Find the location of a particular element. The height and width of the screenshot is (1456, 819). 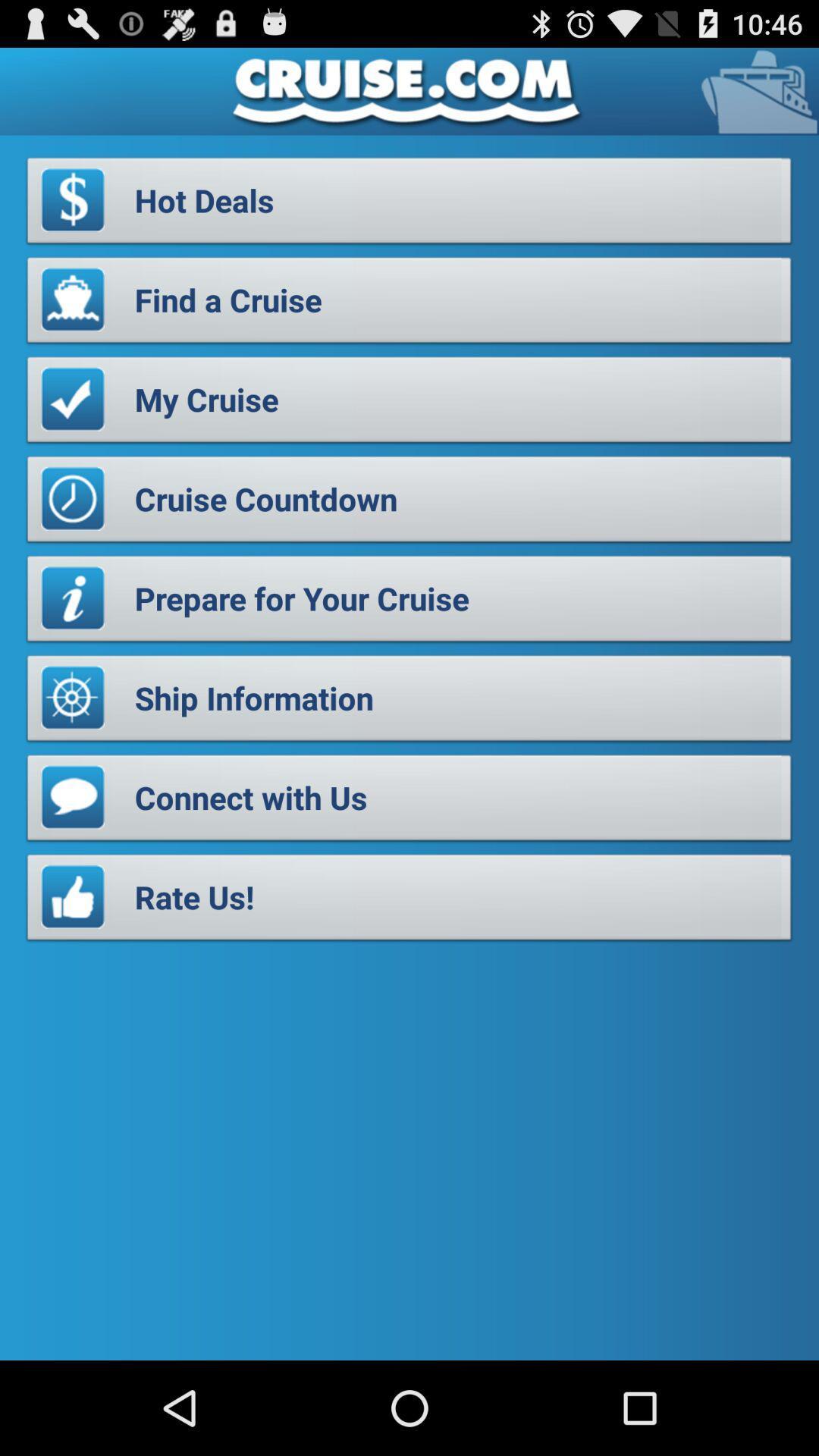

my cruise is located at coordinates (409, 403).